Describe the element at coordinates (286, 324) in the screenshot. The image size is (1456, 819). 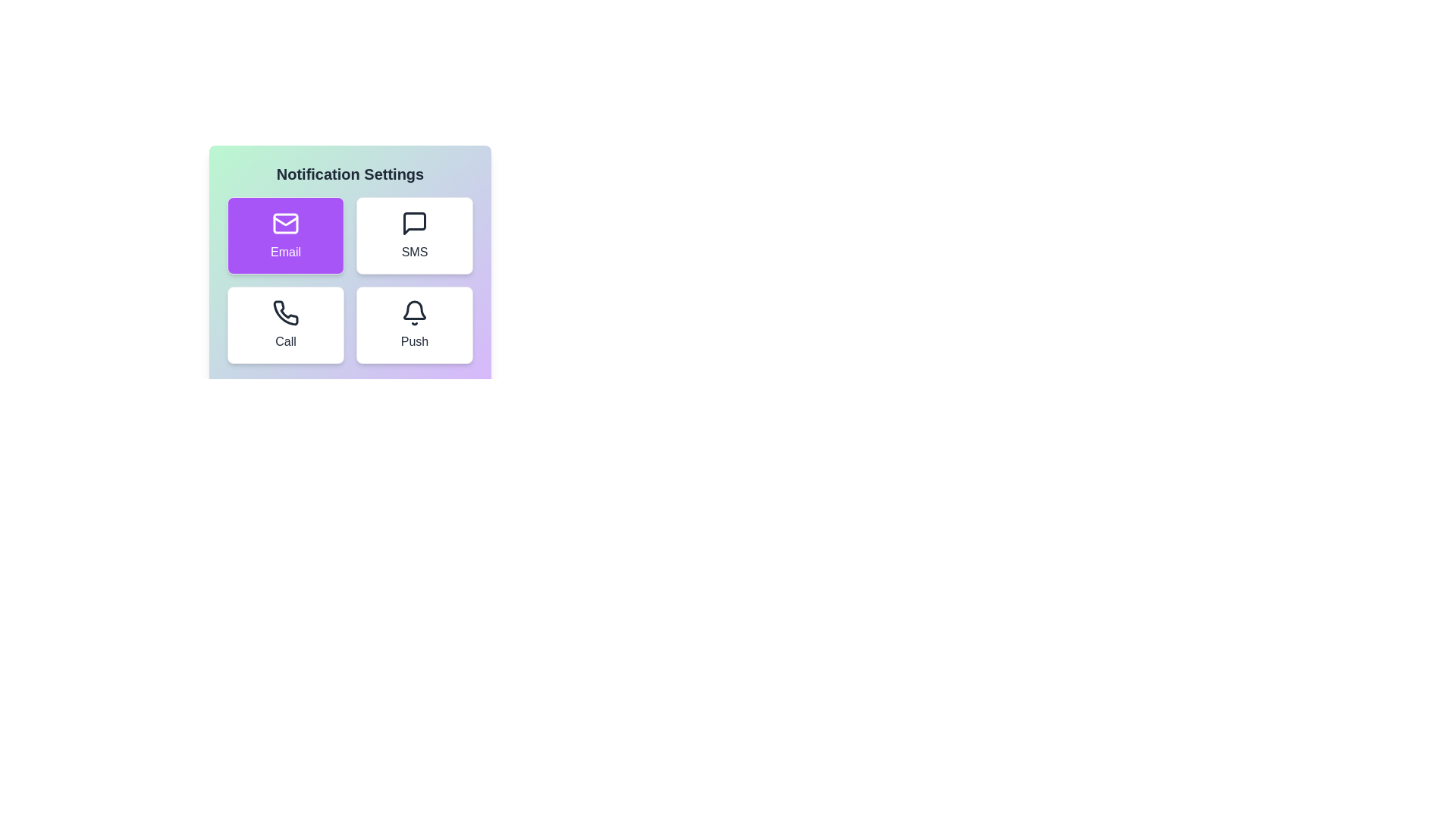
I see `the notification method Call by clicking its corresponding button` at that location.